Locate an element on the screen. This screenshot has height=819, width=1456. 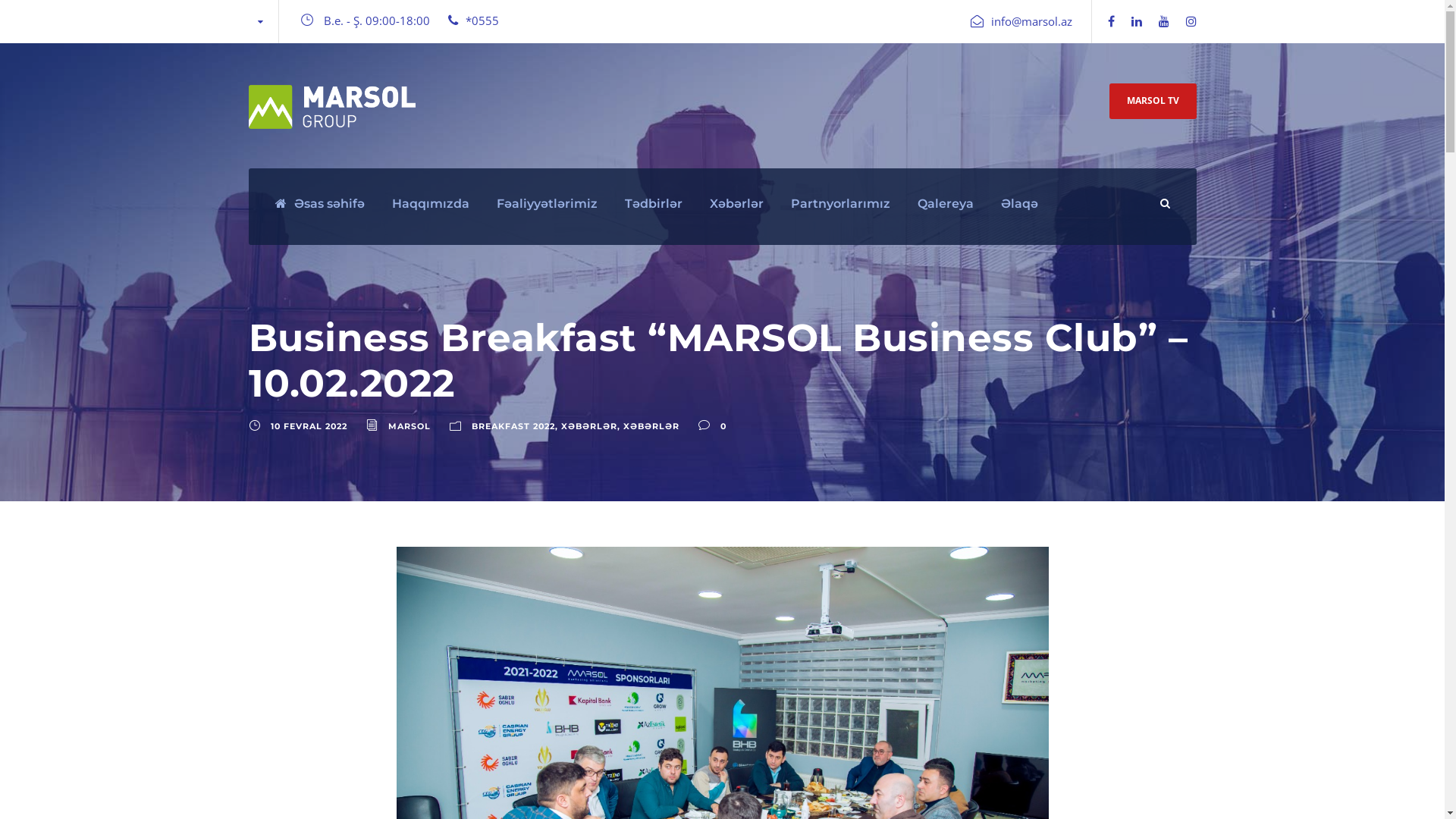
'instagram' is located at coordinates (1190, 20).